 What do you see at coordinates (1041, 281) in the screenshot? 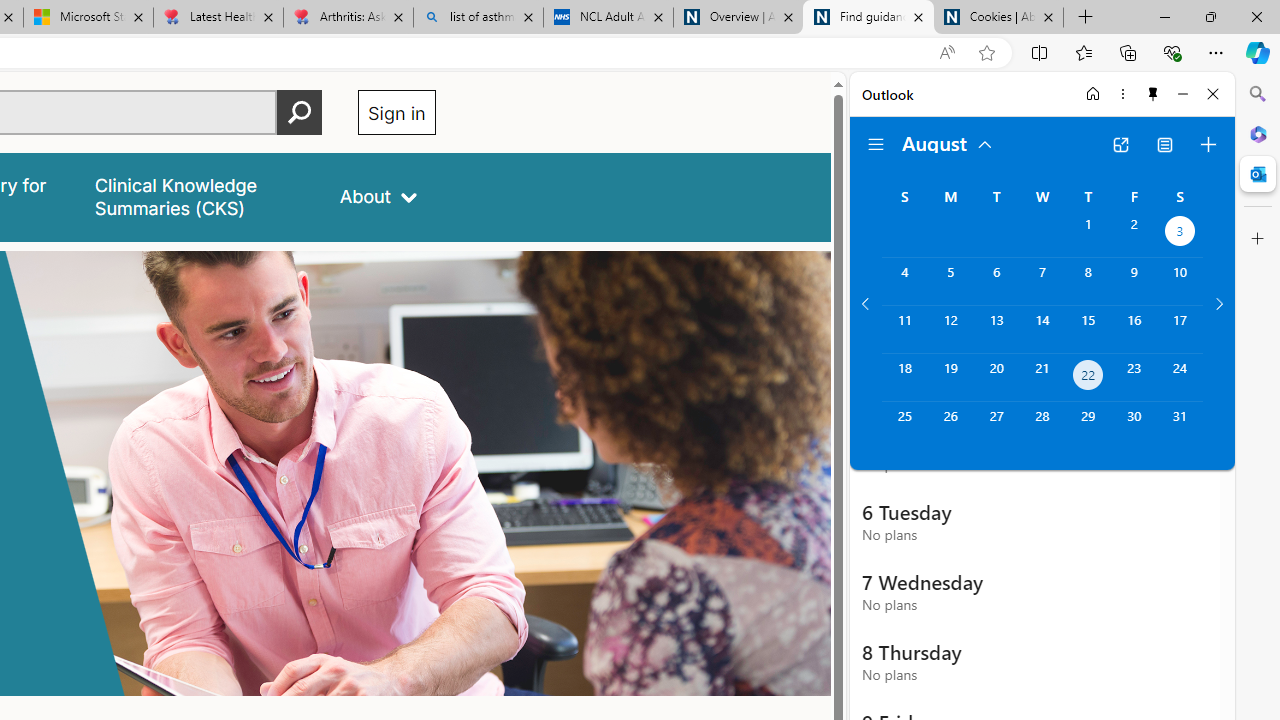
I see `'Wednesday, August 7, 2024. '` at bounding box center [1041, 281].